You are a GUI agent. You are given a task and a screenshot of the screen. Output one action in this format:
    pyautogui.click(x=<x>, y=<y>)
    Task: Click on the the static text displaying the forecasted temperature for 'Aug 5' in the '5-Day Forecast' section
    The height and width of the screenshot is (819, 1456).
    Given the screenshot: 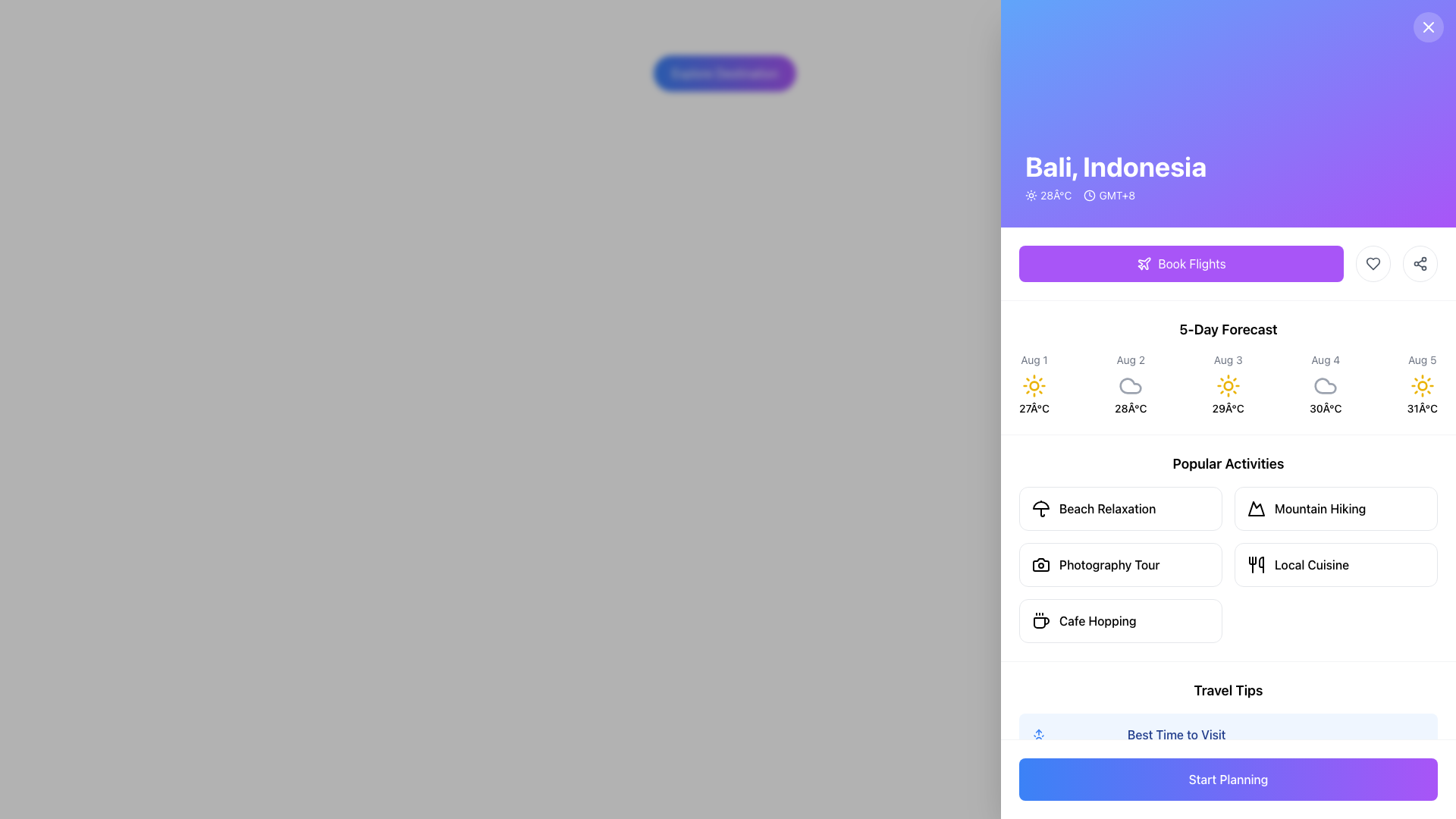 What is the action you would take?
    pyautogui.click(x=1421, y=408)
    